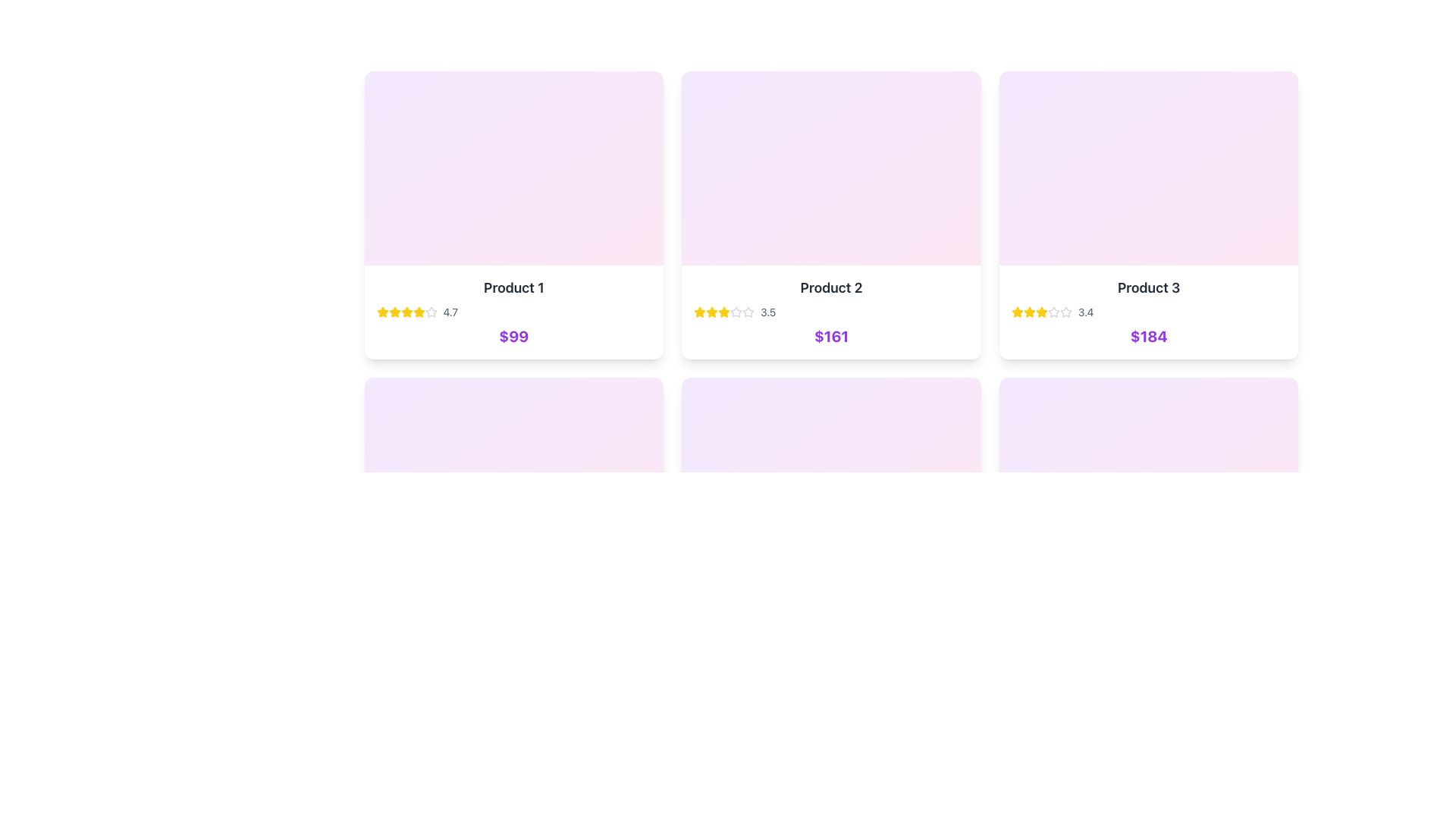 The width and height of the screenshot is (1456, 819). Describe the element at coordinates (711, 311) in the screenshot. I see `the second star in the rating row associated with 'Product 2'` at that location.